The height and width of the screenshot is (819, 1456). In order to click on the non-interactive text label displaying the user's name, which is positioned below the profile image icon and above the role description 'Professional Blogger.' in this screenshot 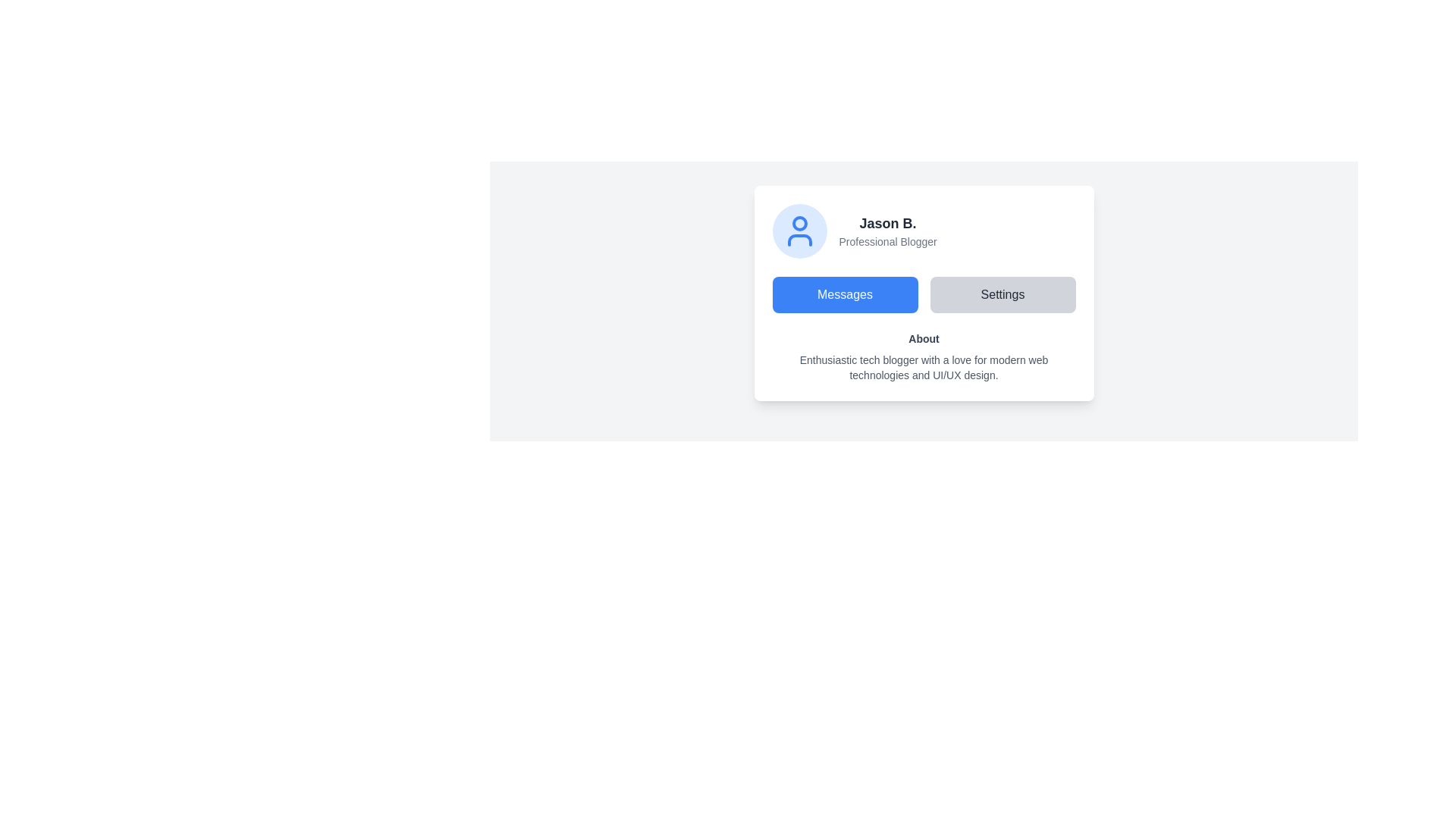, I will do `click(888, 223)`.